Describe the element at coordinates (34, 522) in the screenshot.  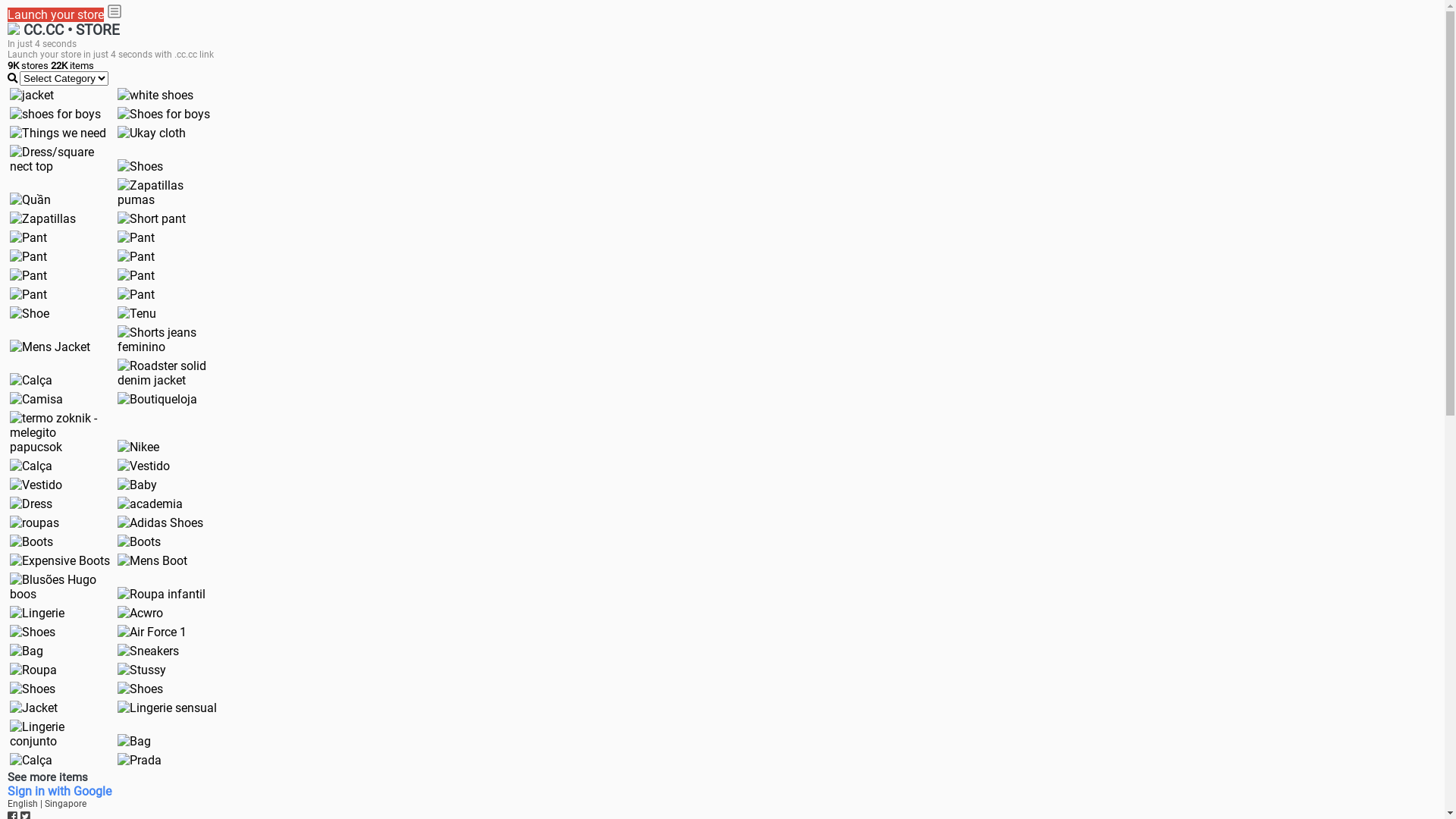
I see `'roupas'` at that location.